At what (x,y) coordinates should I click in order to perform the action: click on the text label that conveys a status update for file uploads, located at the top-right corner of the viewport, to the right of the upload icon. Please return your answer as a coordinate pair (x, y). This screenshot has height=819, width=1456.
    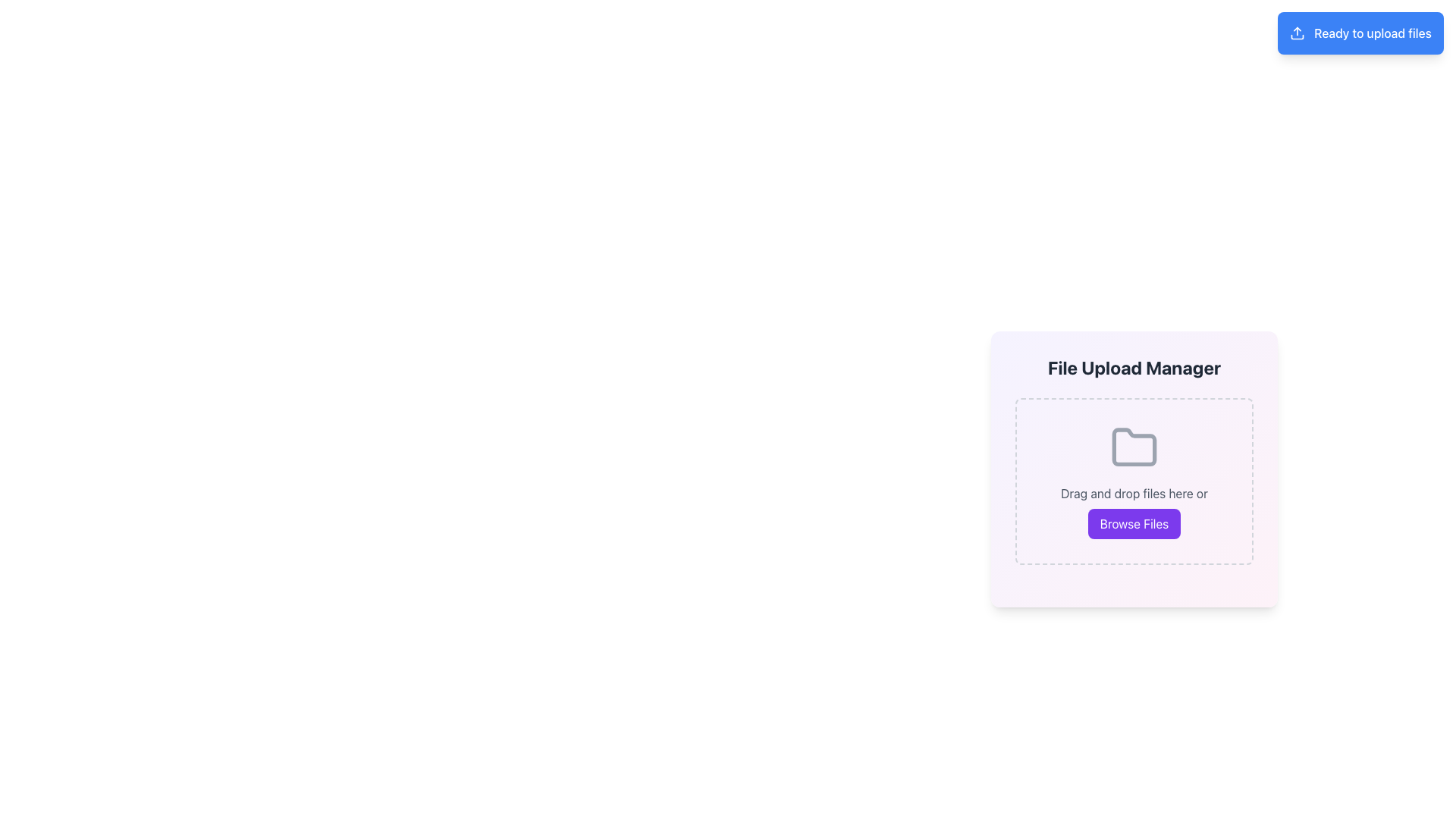
    Looking at the image, I should click on (1373, 33).